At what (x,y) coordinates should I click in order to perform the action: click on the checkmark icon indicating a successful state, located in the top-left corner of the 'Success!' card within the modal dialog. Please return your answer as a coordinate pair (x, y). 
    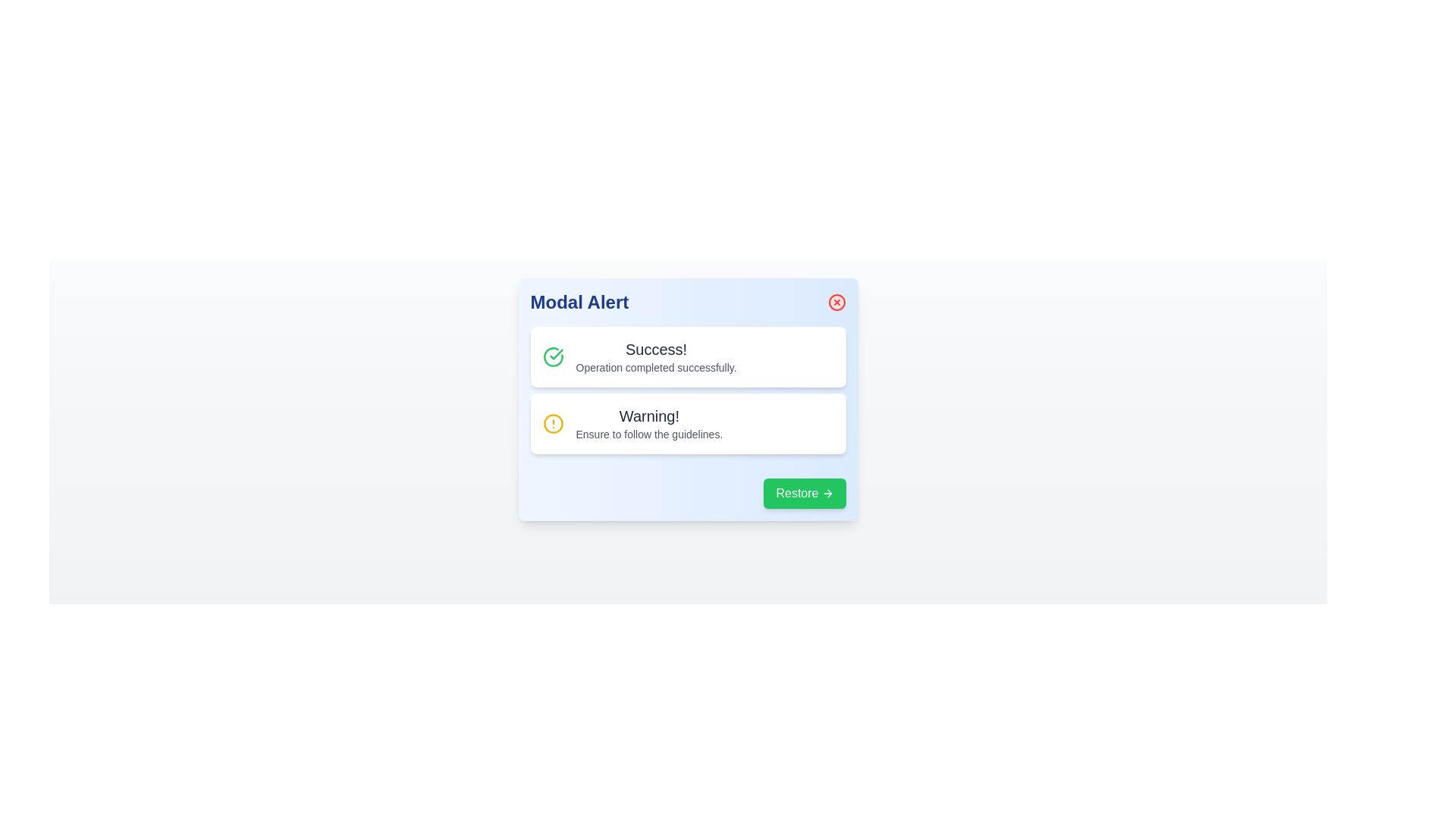
    Looking at the image, I should click on (555, 354).